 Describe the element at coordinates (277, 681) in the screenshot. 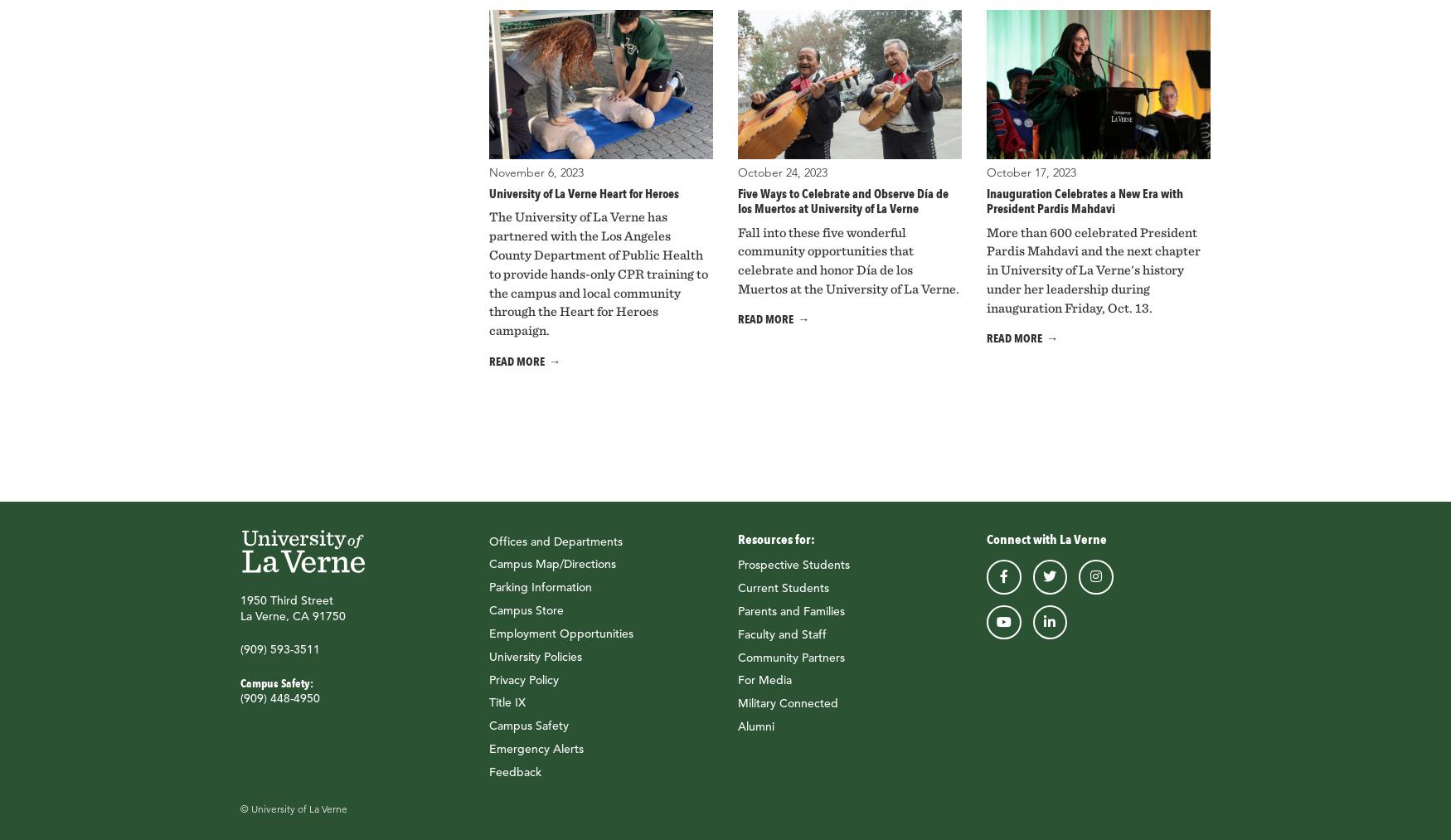

I see `'Campus Safety:'` at that location.